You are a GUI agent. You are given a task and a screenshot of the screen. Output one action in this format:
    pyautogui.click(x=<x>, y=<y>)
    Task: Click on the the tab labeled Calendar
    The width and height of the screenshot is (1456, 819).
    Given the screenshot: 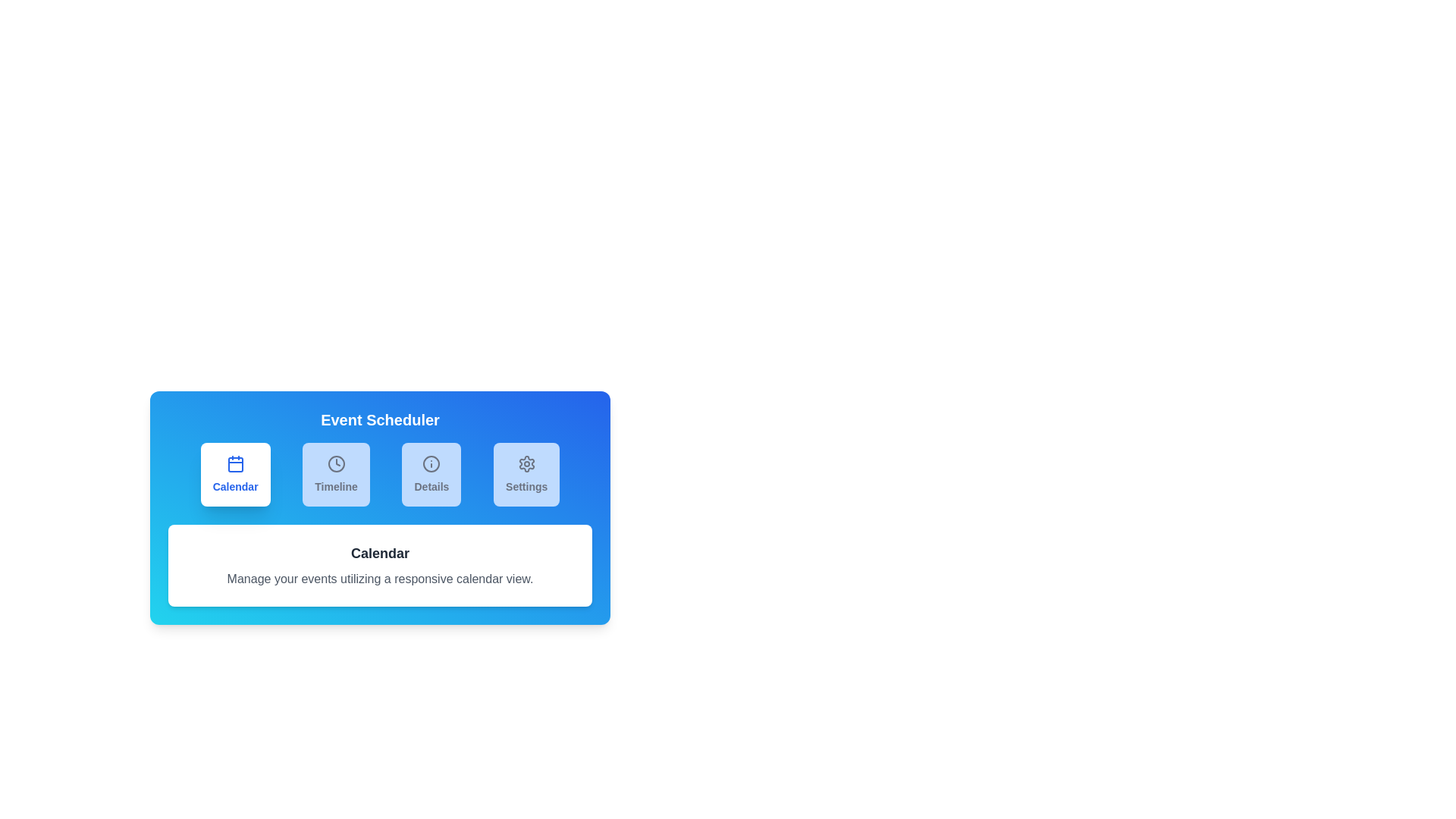 What is the action you would take?
    pyautogui.click(x=234, y=473)
    